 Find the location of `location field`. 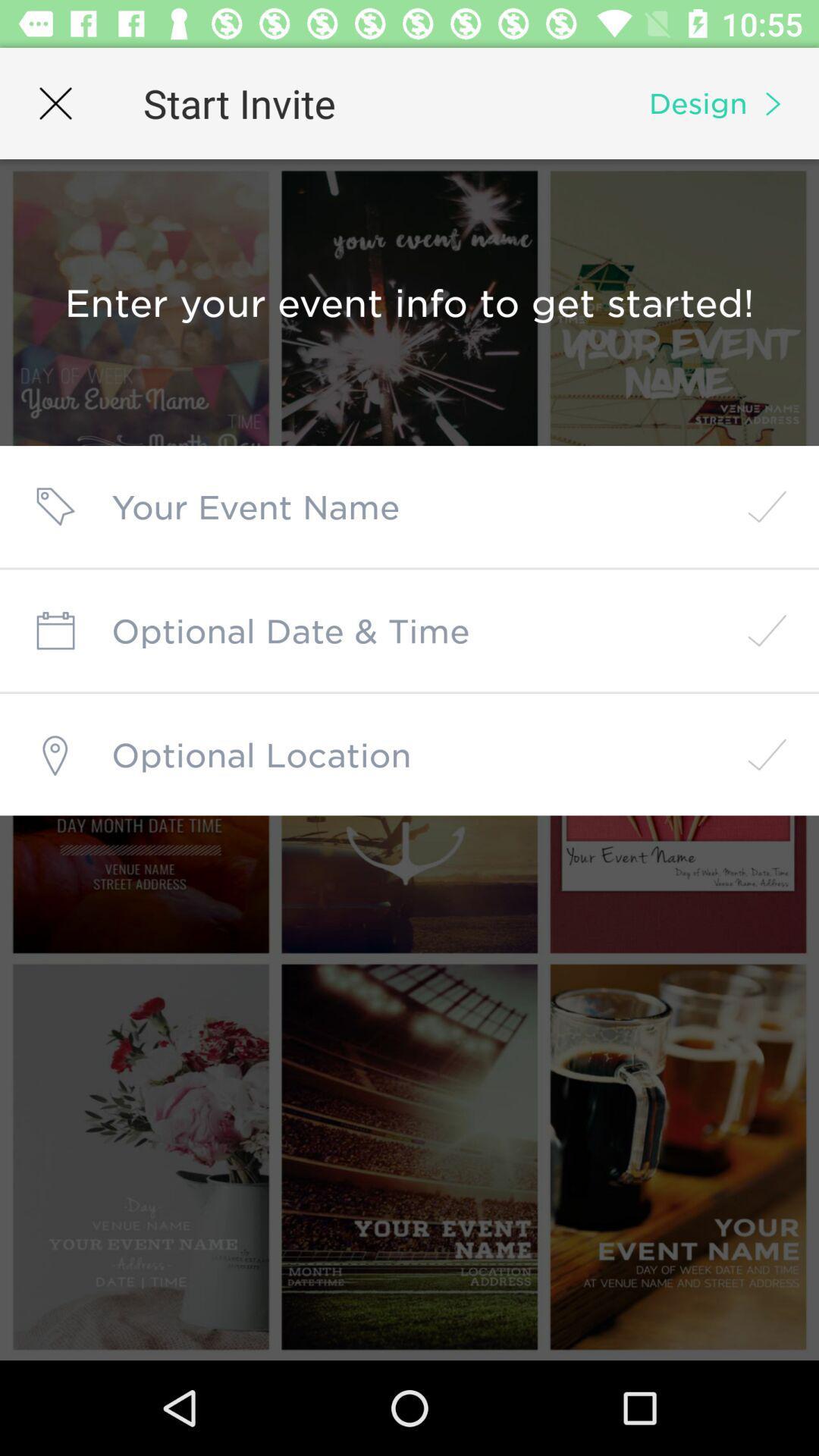

location field is located at coordinates (409, 755).